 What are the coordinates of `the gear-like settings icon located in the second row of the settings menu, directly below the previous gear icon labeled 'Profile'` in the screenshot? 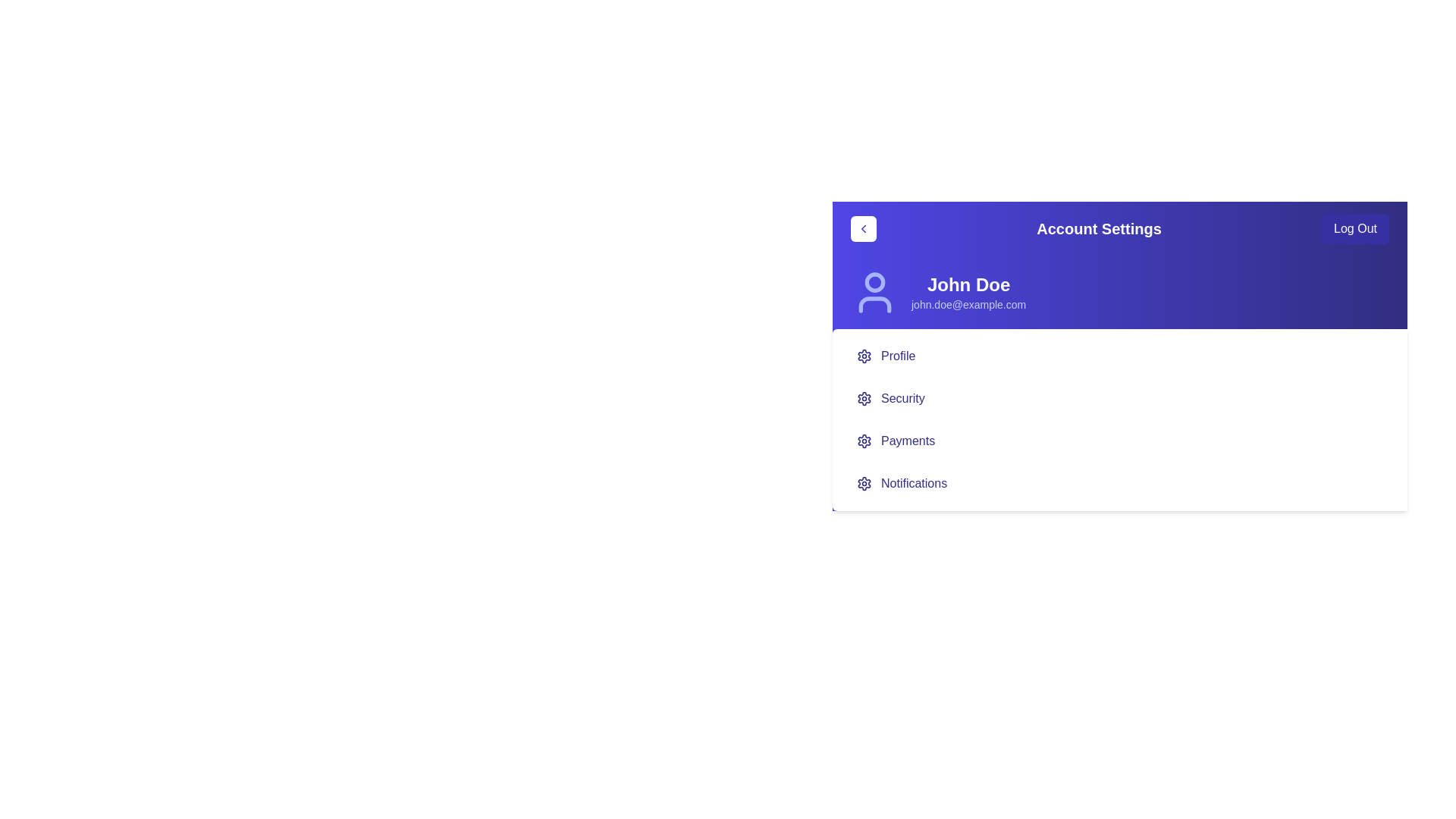 It's located at (864, 483).